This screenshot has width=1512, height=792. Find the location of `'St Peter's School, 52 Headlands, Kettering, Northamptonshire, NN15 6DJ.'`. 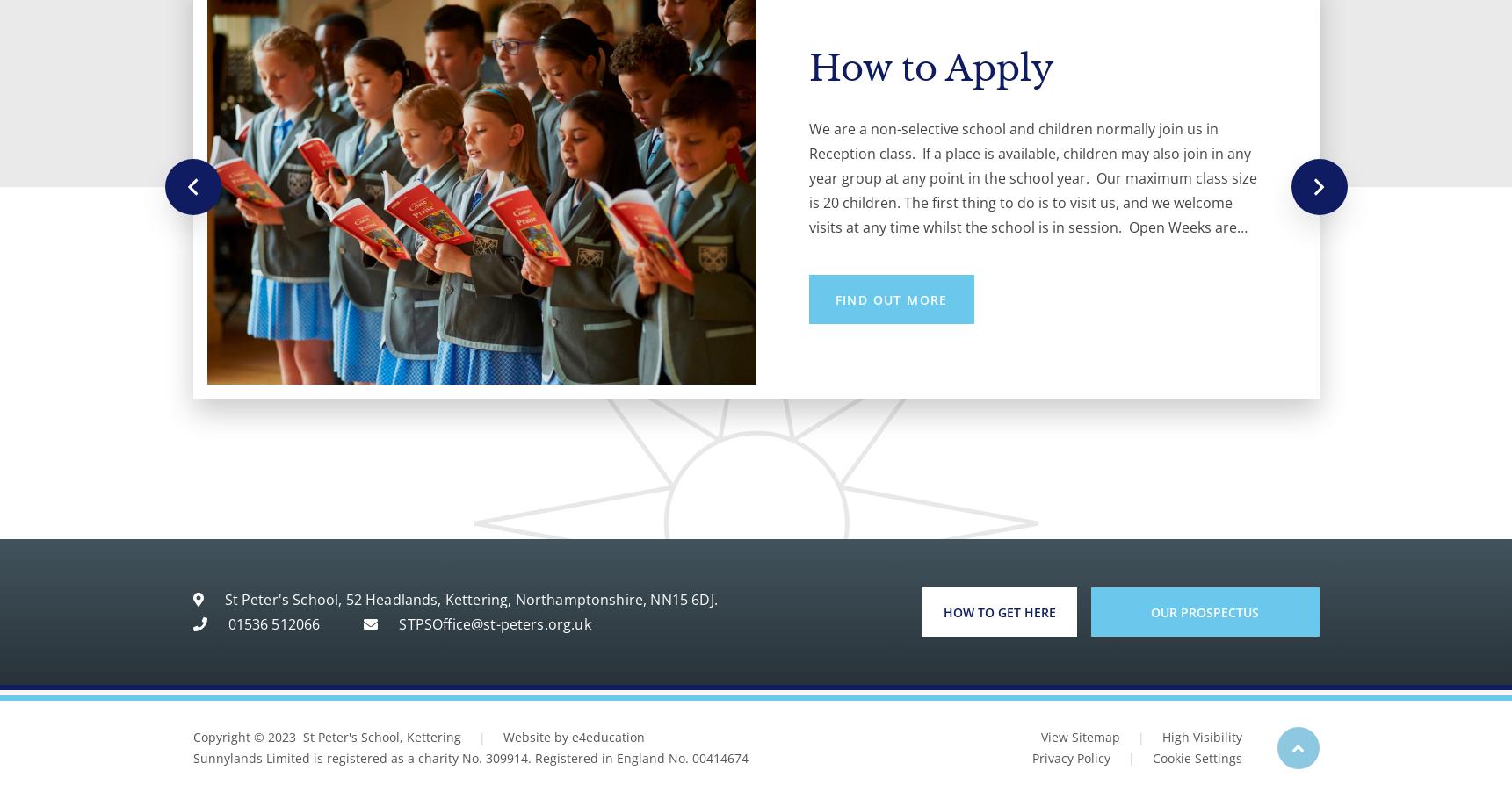

'St Peter's School, 52 Headlands, Kettering, Northamptonshire, NN15 6DJ.' is located at coordinates (224, 599).